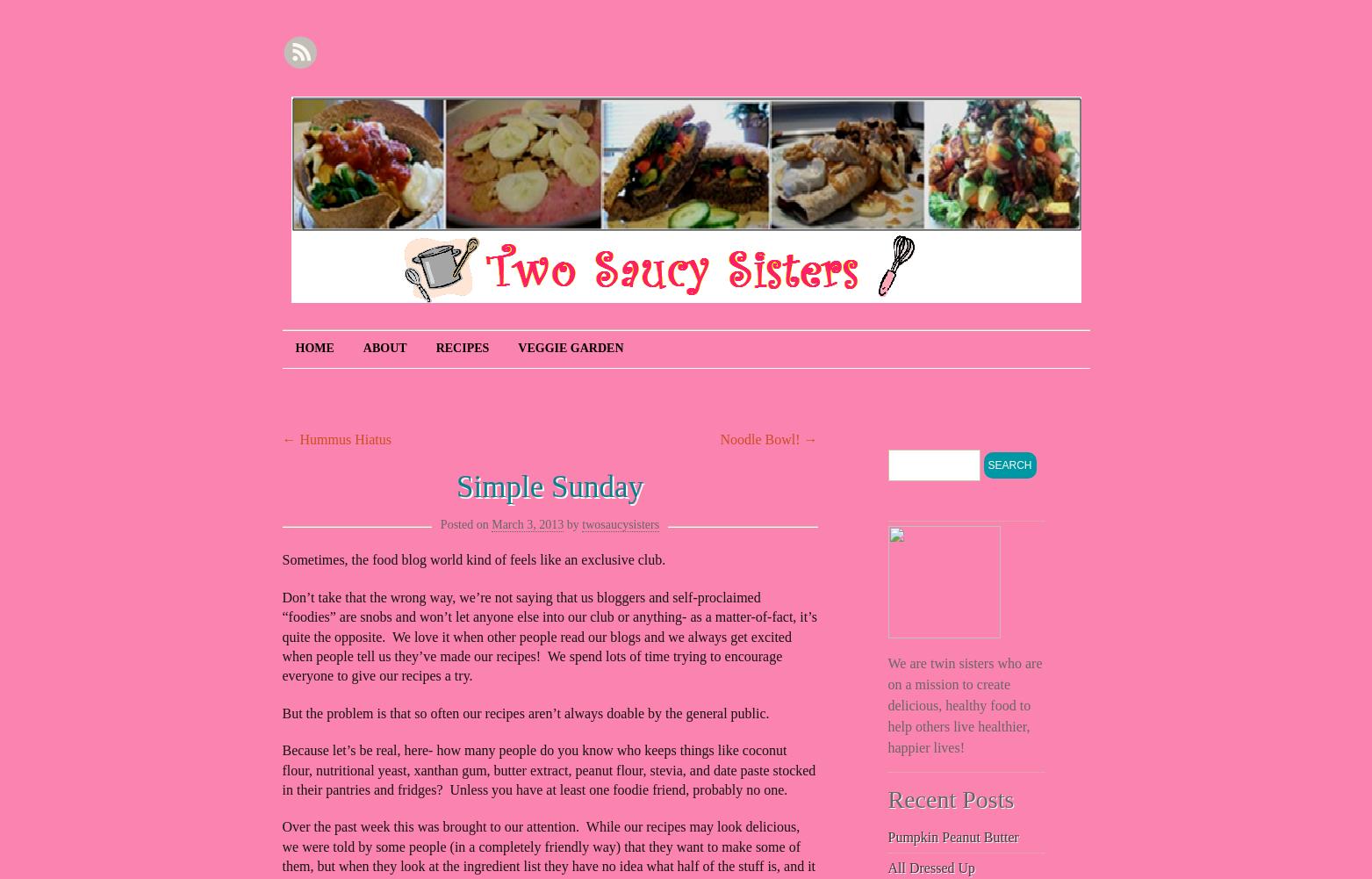 This screenshot has height=879, width=1372. I want to click on 'Noodle Bowl!', so click(760, 439).